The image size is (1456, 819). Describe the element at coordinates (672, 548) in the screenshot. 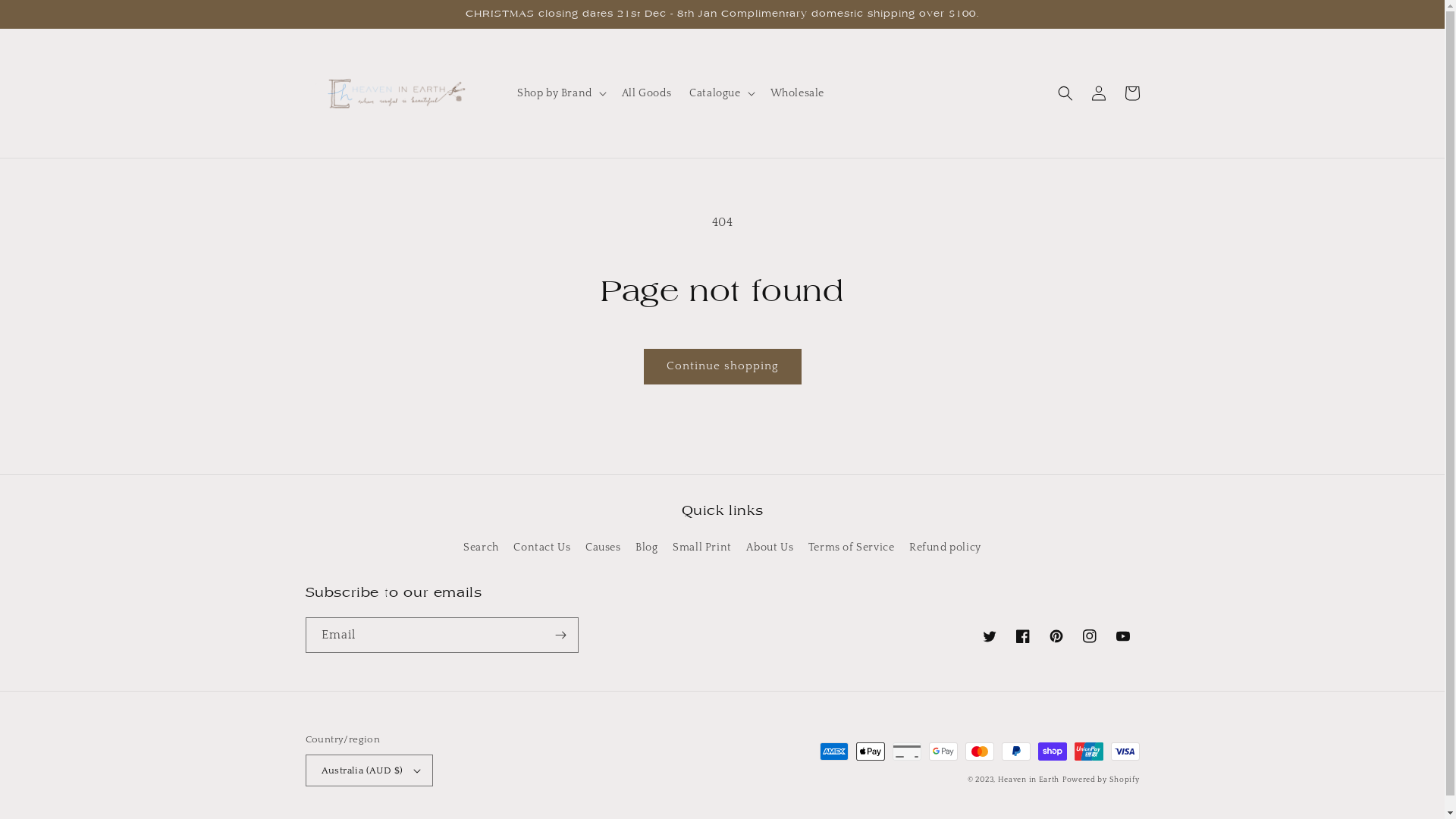

I see `'Small Print'` at that location.